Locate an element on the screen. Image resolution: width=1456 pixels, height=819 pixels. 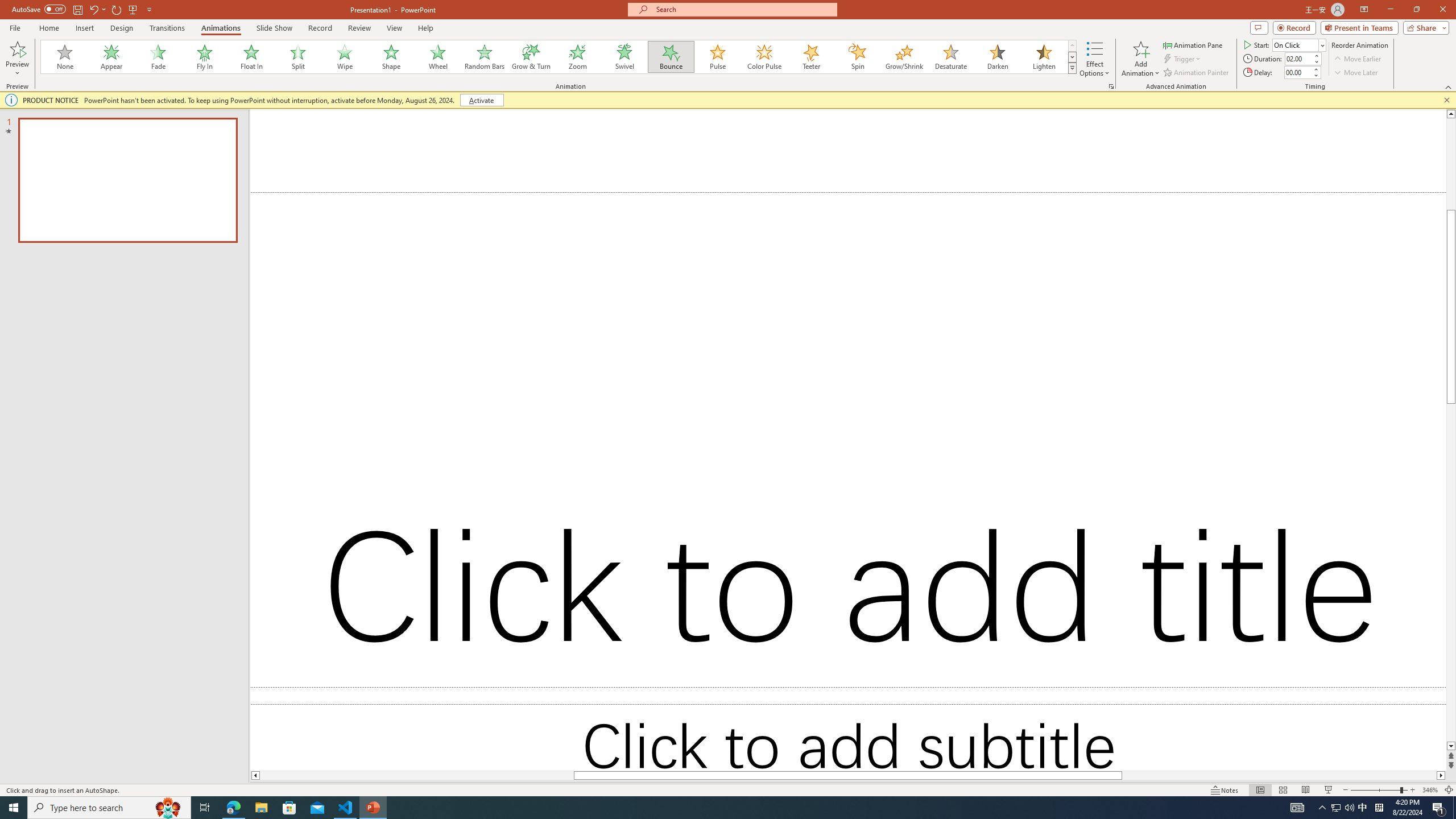
'Swivel' is located at coordinates (624, 56).